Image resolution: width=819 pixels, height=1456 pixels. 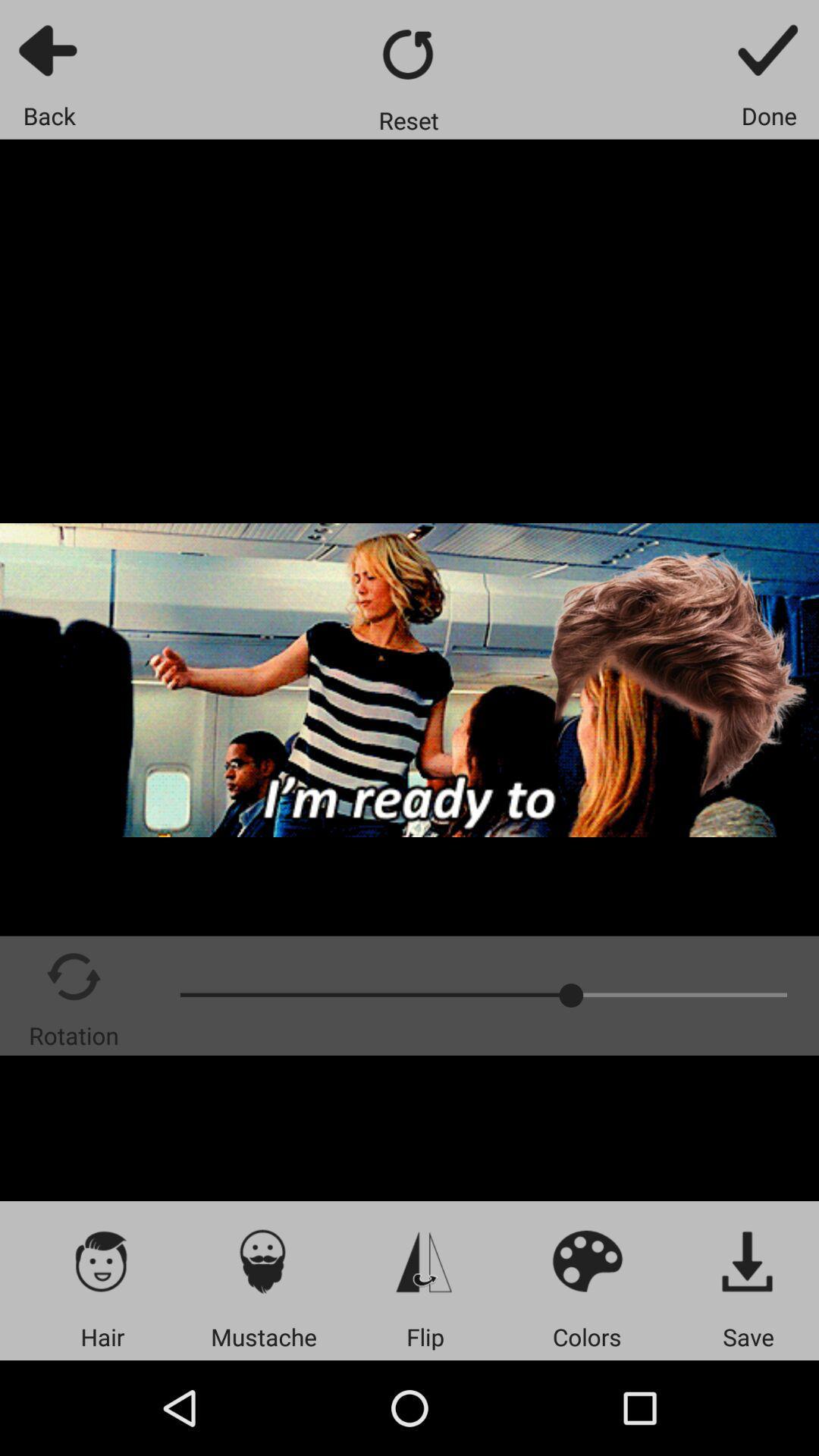 What do you see at coordinates (408, 54) in the screenshot?
I see `reset media` at bounding box center [408, 54].